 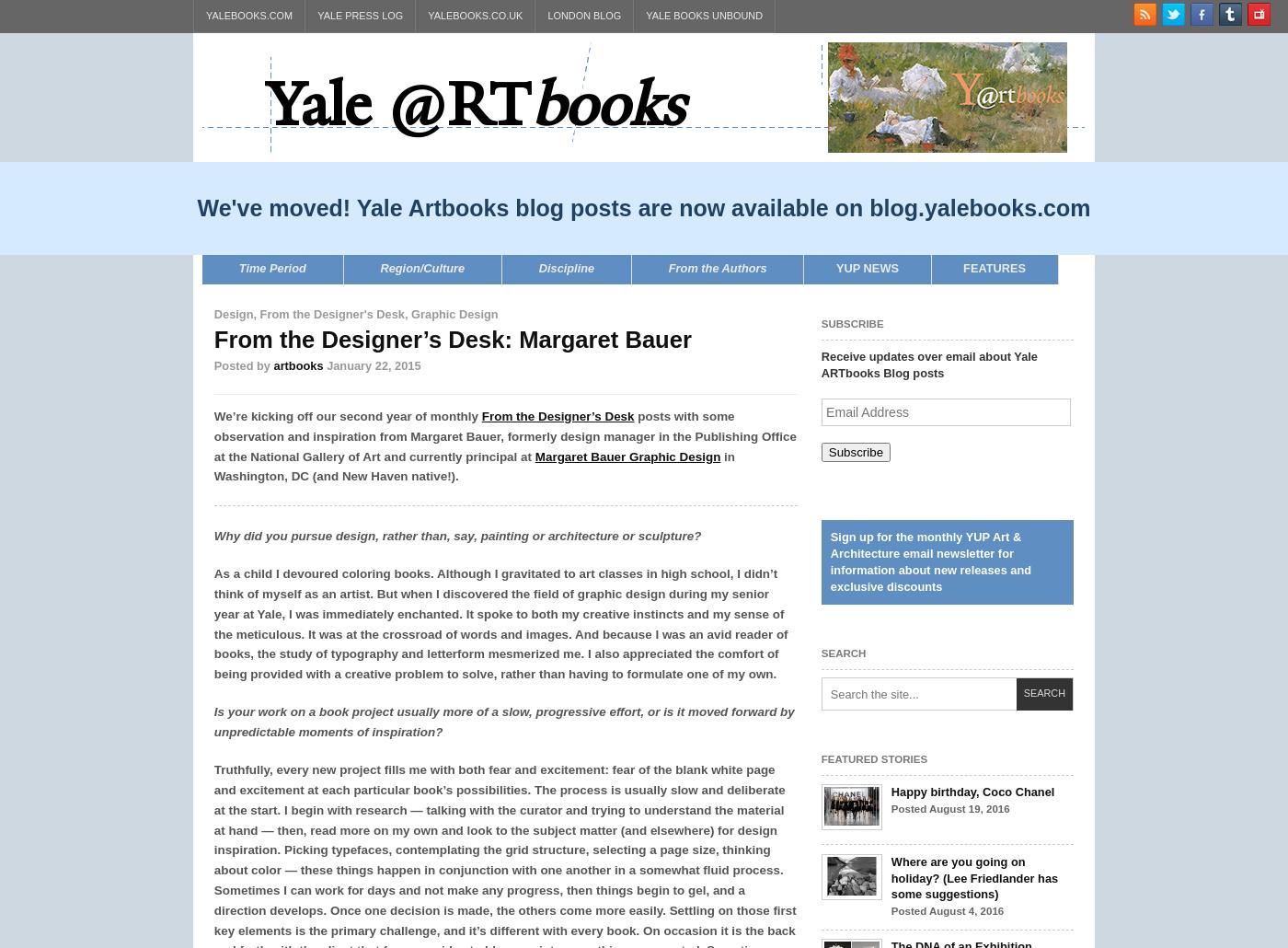 I want to click on 'We’re kicking off our second year of monthly', so click(x=347, y=414).